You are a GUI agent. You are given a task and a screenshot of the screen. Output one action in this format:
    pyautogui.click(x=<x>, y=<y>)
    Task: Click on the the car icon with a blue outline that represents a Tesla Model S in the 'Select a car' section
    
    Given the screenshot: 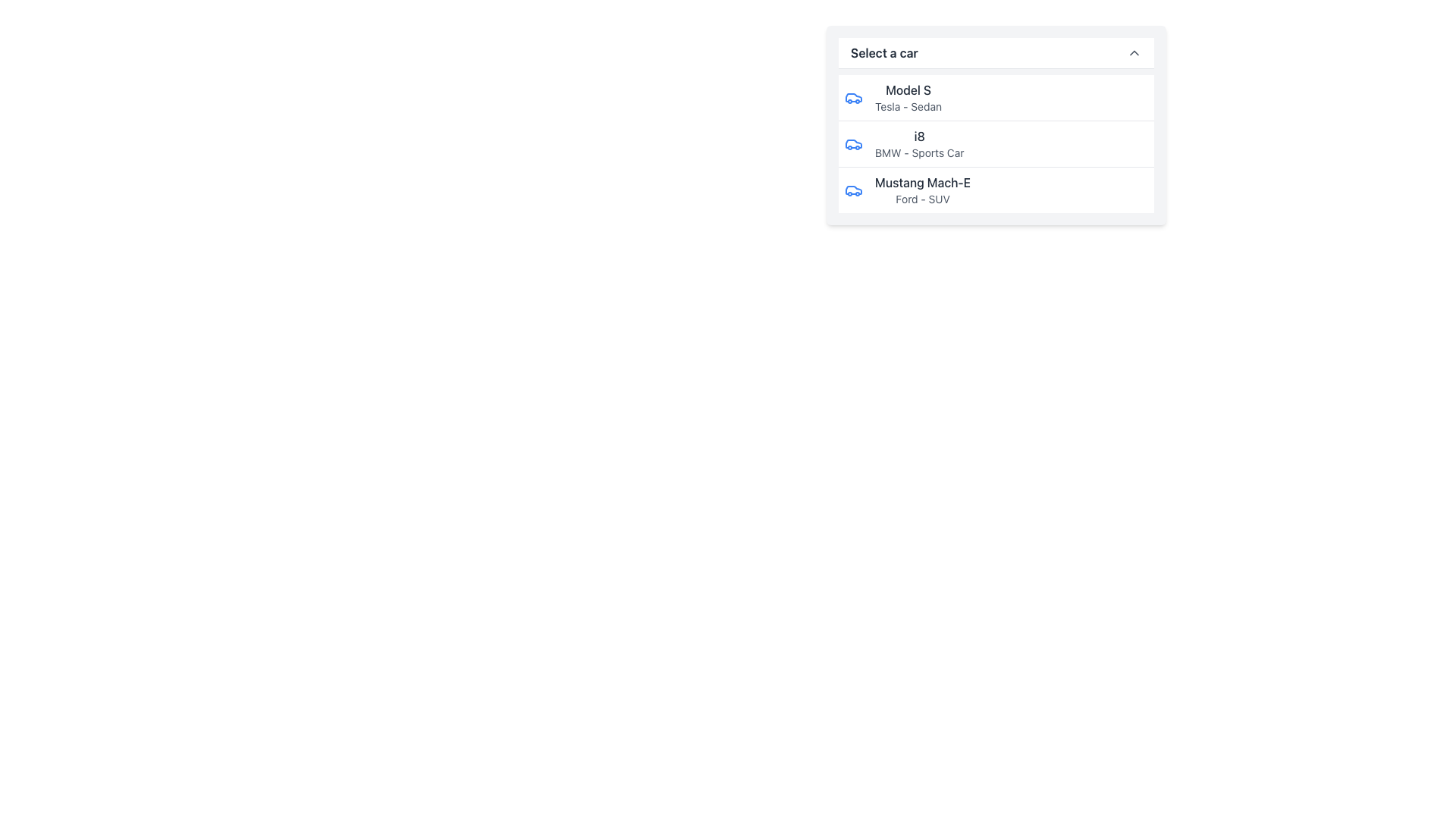 What is the action you would take?
    pyautogui.click(x=854, y=97)
    